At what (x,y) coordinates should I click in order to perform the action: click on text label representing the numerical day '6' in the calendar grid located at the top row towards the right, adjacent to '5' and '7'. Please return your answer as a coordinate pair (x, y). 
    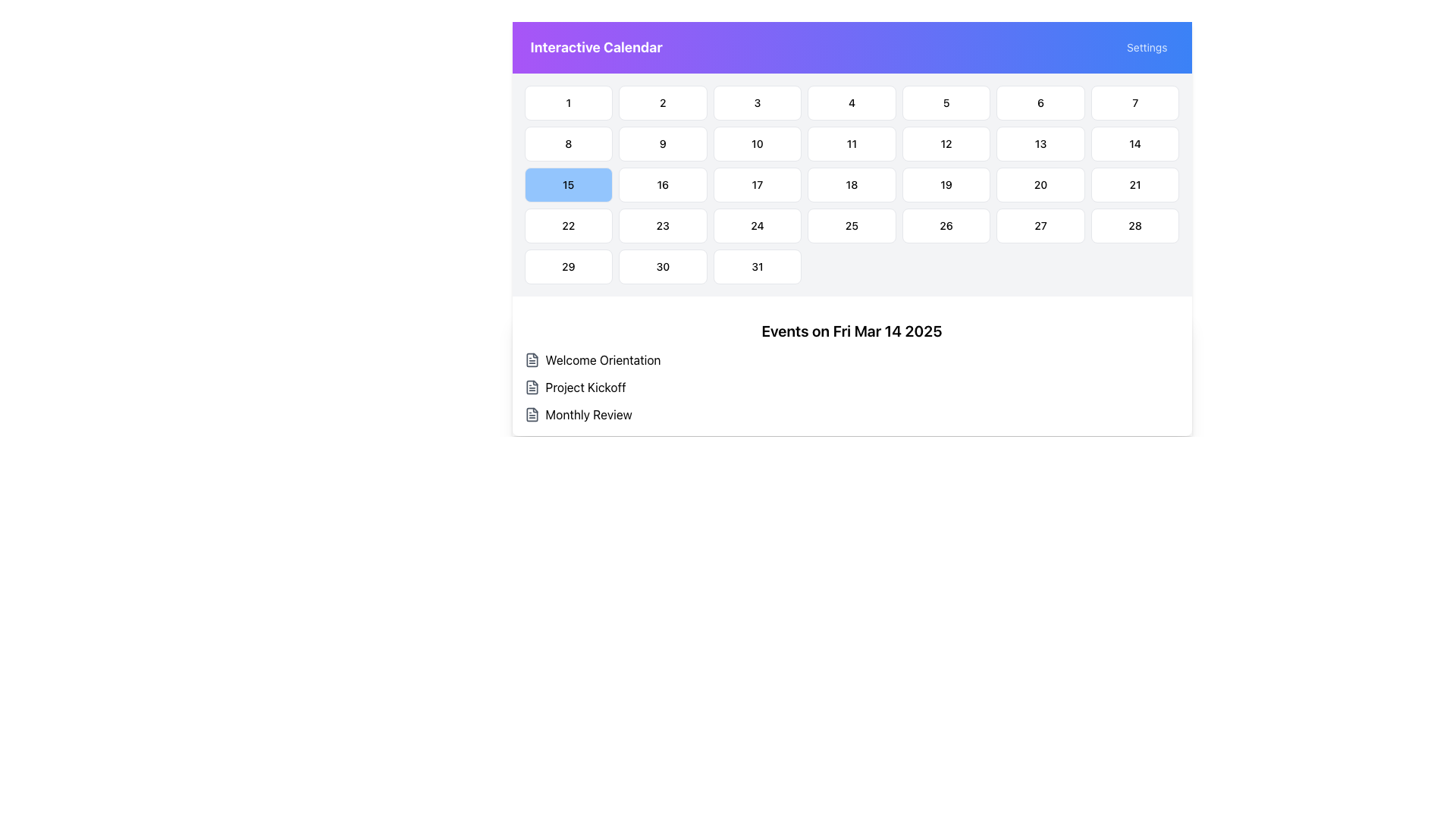
    Looking at the image, I should click on (1040, 102).